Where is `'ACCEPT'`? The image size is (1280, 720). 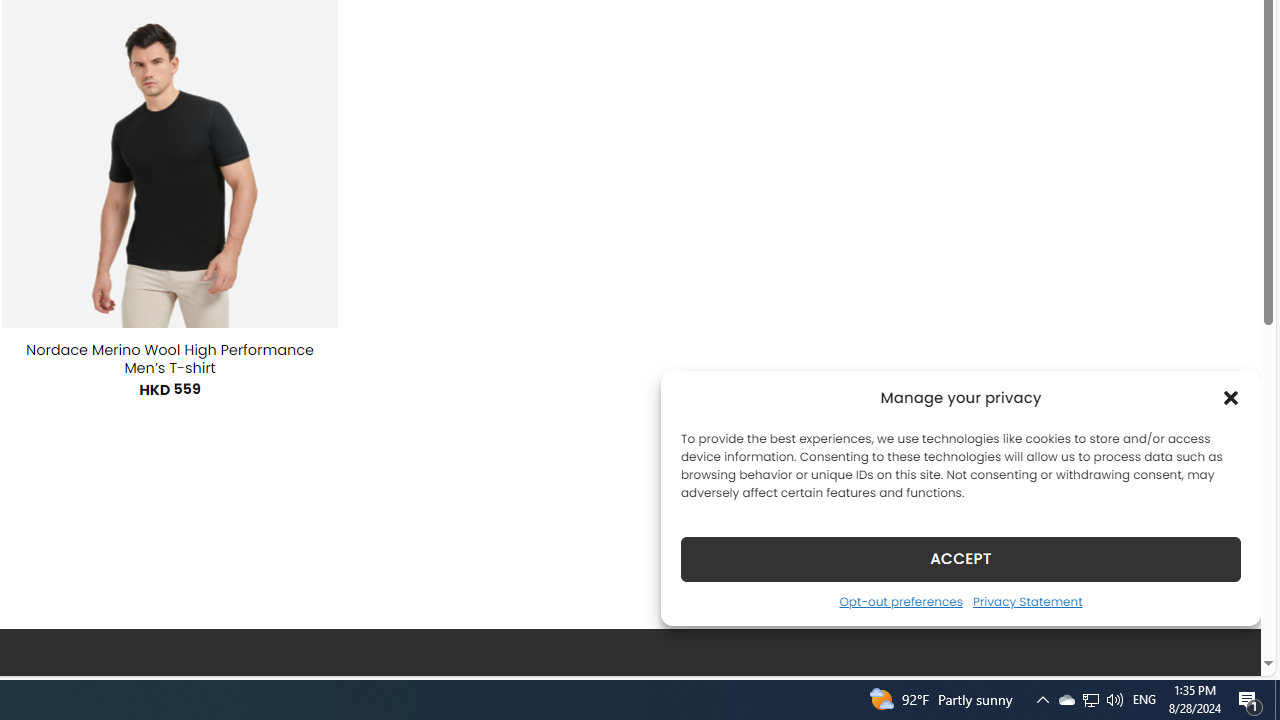
'ACCEPT' is located at coordinates (961, 558).